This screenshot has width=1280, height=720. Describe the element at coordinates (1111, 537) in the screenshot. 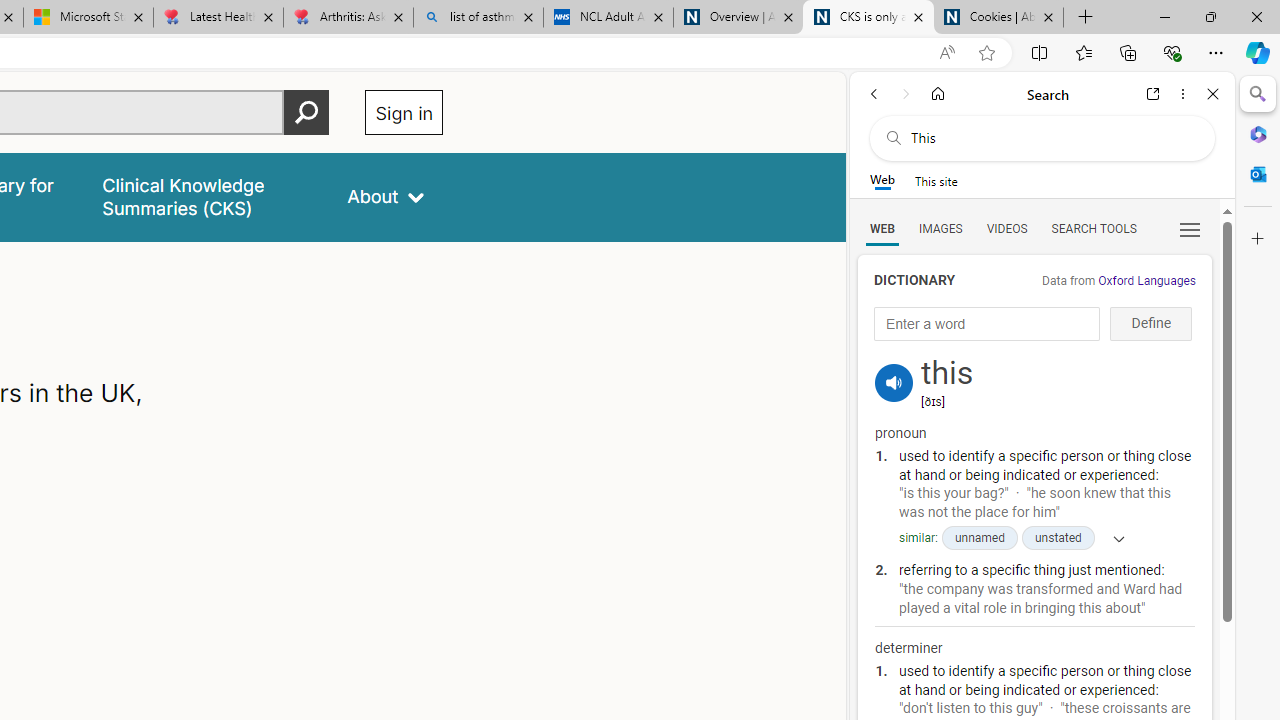

I see `'Show more'` at that location.